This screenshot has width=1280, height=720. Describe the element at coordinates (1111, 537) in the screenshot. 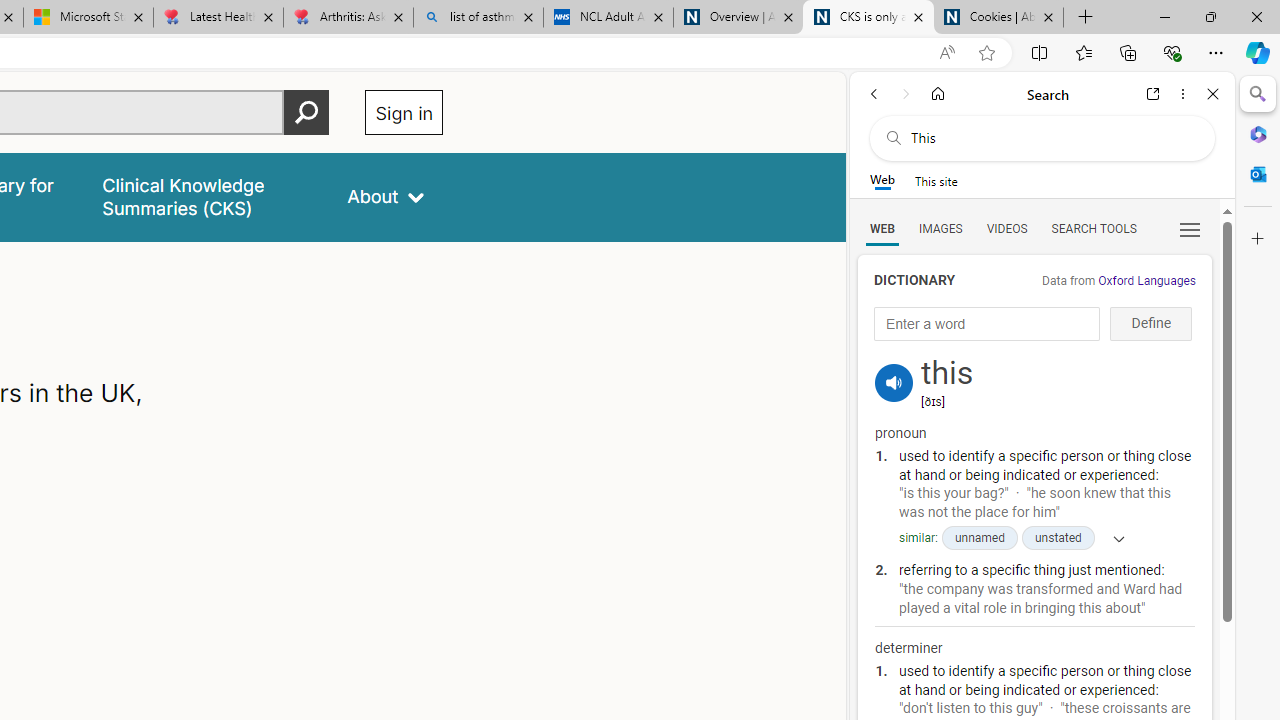

I see `'Show more'` at that location.